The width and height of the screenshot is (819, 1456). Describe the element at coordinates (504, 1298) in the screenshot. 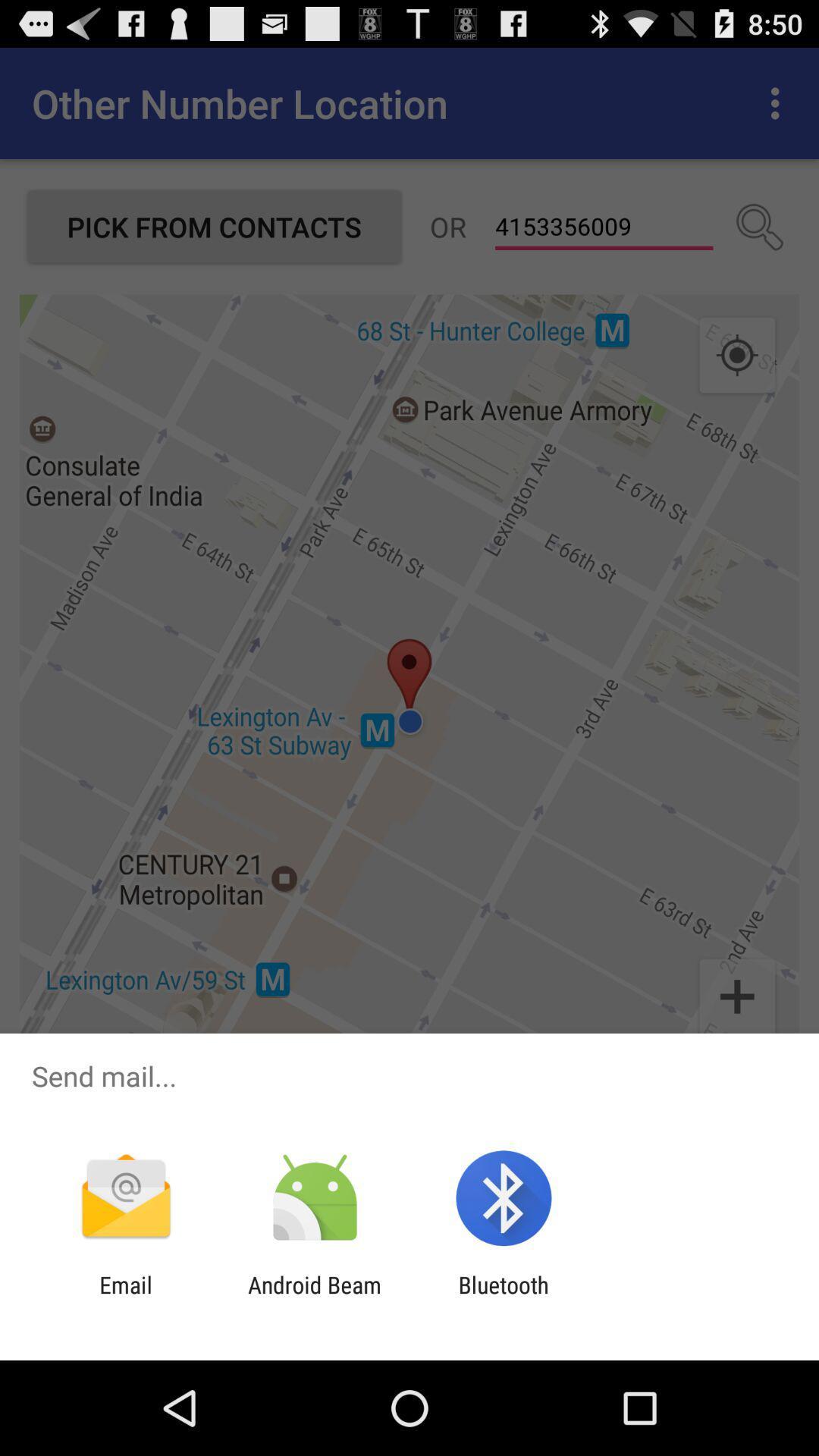

I see `the bluetooth` at that location.